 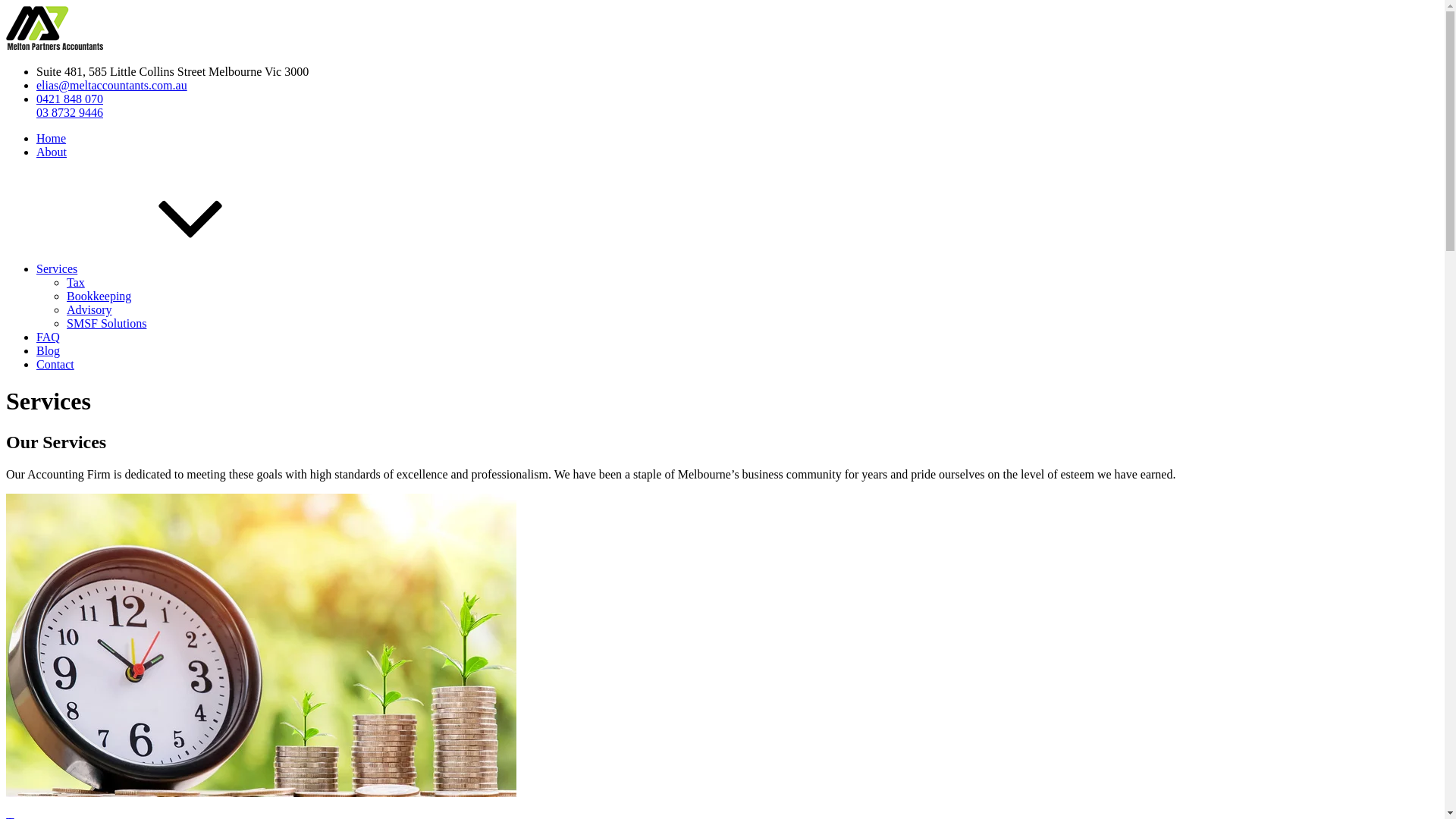 What do you see at coordinates (68, 111) in the screenshot?
I see `'03 8732 9446'` at bounding box center [68, 111].